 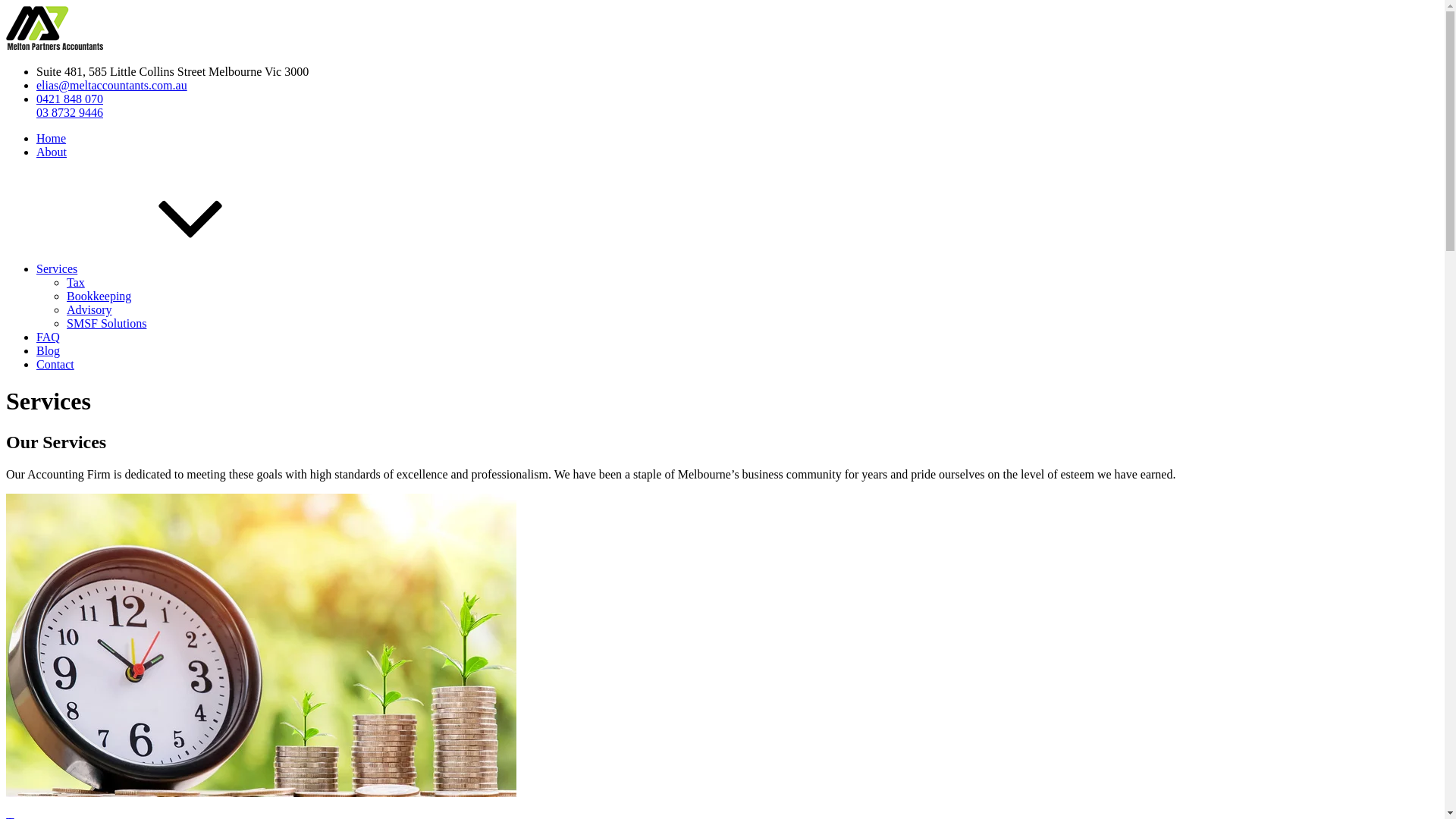 What do you see at coordinates (68, 111) in the screenshot?
I see `'03 8732 9446'` at bounding box center [68, 111].